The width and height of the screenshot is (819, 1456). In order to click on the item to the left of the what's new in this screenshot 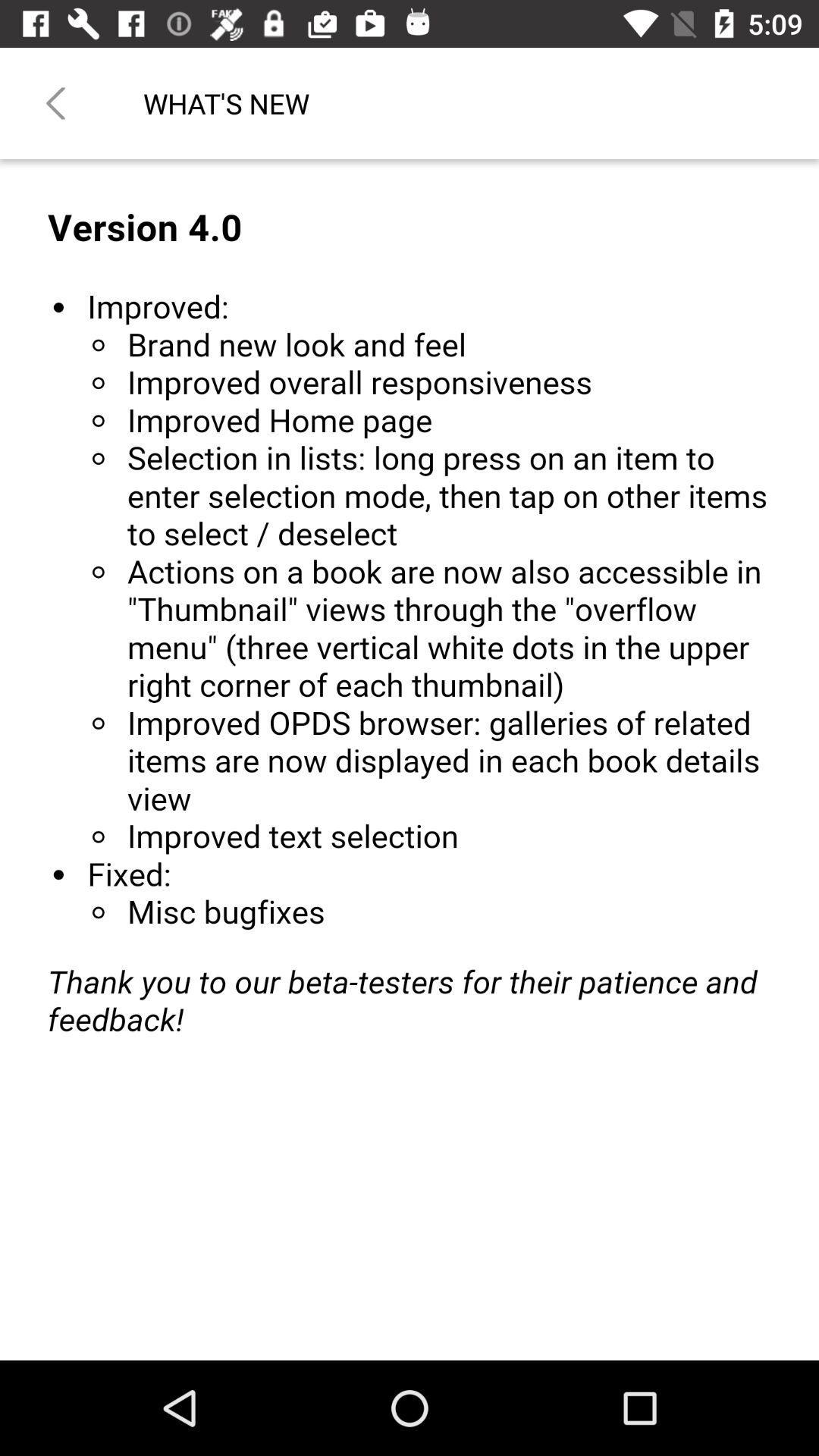, I will do `click(55, 102)`.